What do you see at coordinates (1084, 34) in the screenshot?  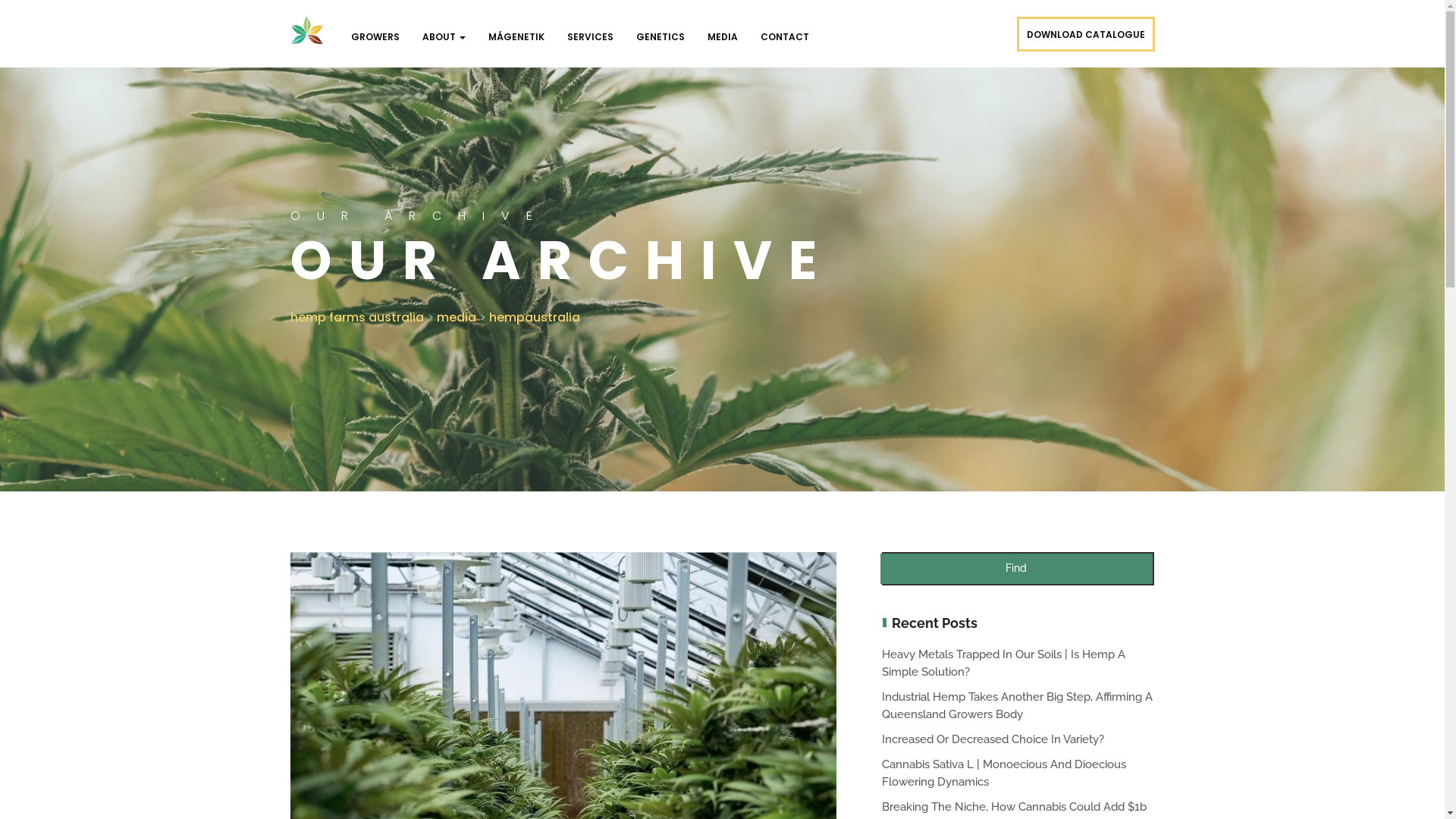 I see `'DOWNLOAD CATALOGUE'` at bounding box center [1084, 34].